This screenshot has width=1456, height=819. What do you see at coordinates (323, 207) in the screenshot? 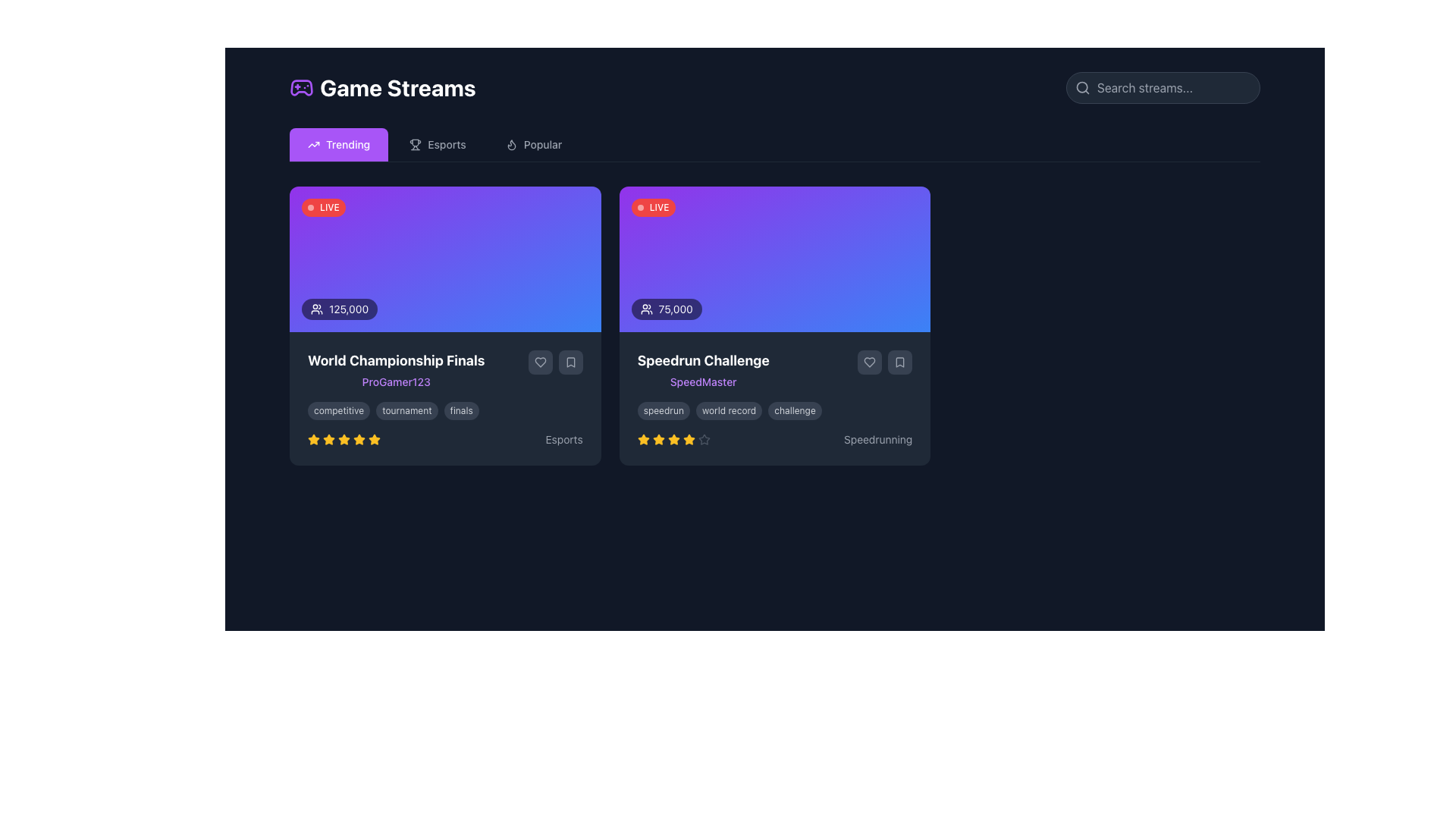
I see `the live status indicator badge located at the top-left corner of the first game stream card, which indicates that the stream is currently live` at bounding box center [323, 207].